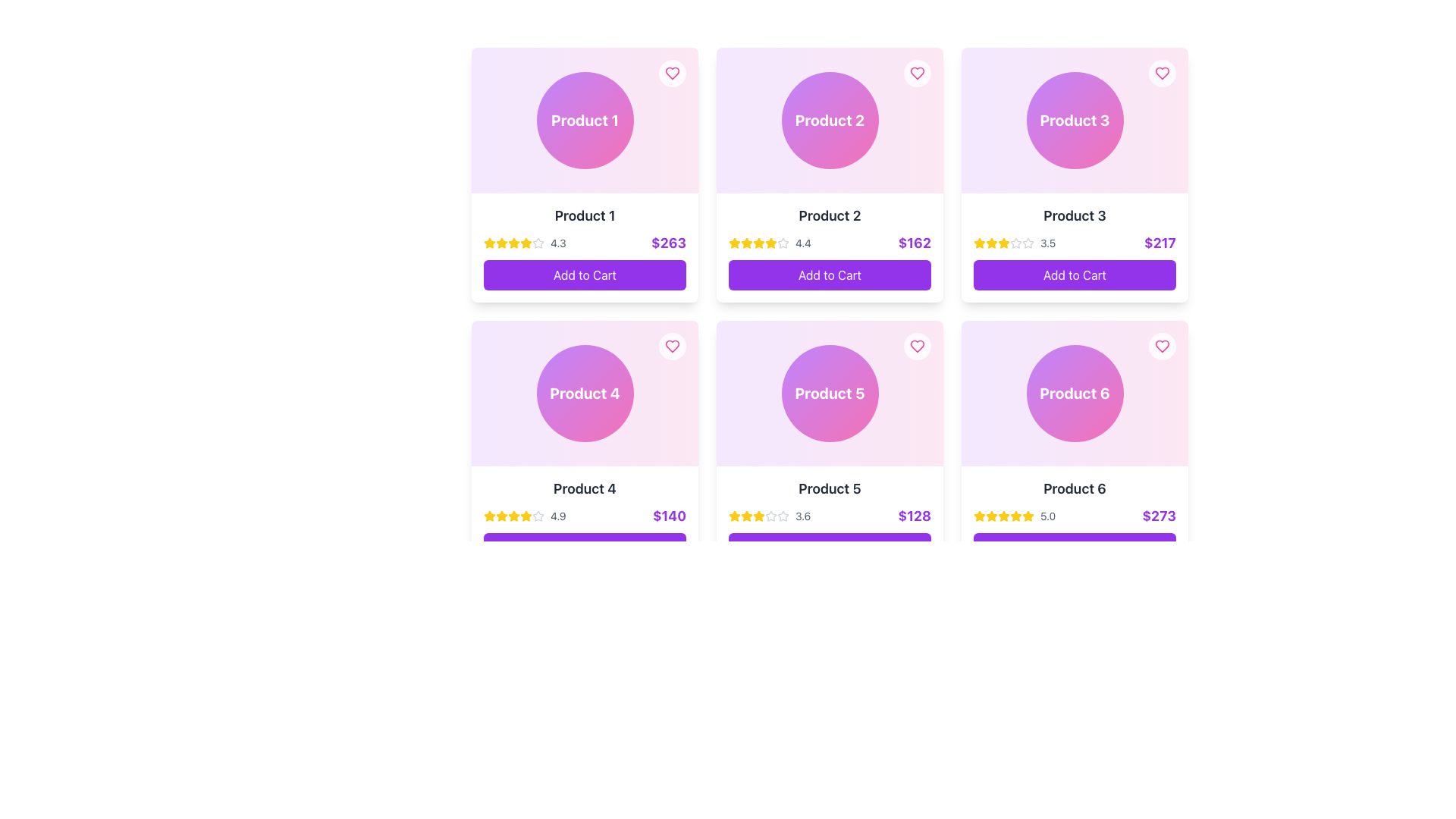  Describe the element at coordinates (557, 516) in the screenshot. I see `the text display showing the rating '4.9', located in the rating row of 'Product 6' card adjacent to the star icons` at that location.